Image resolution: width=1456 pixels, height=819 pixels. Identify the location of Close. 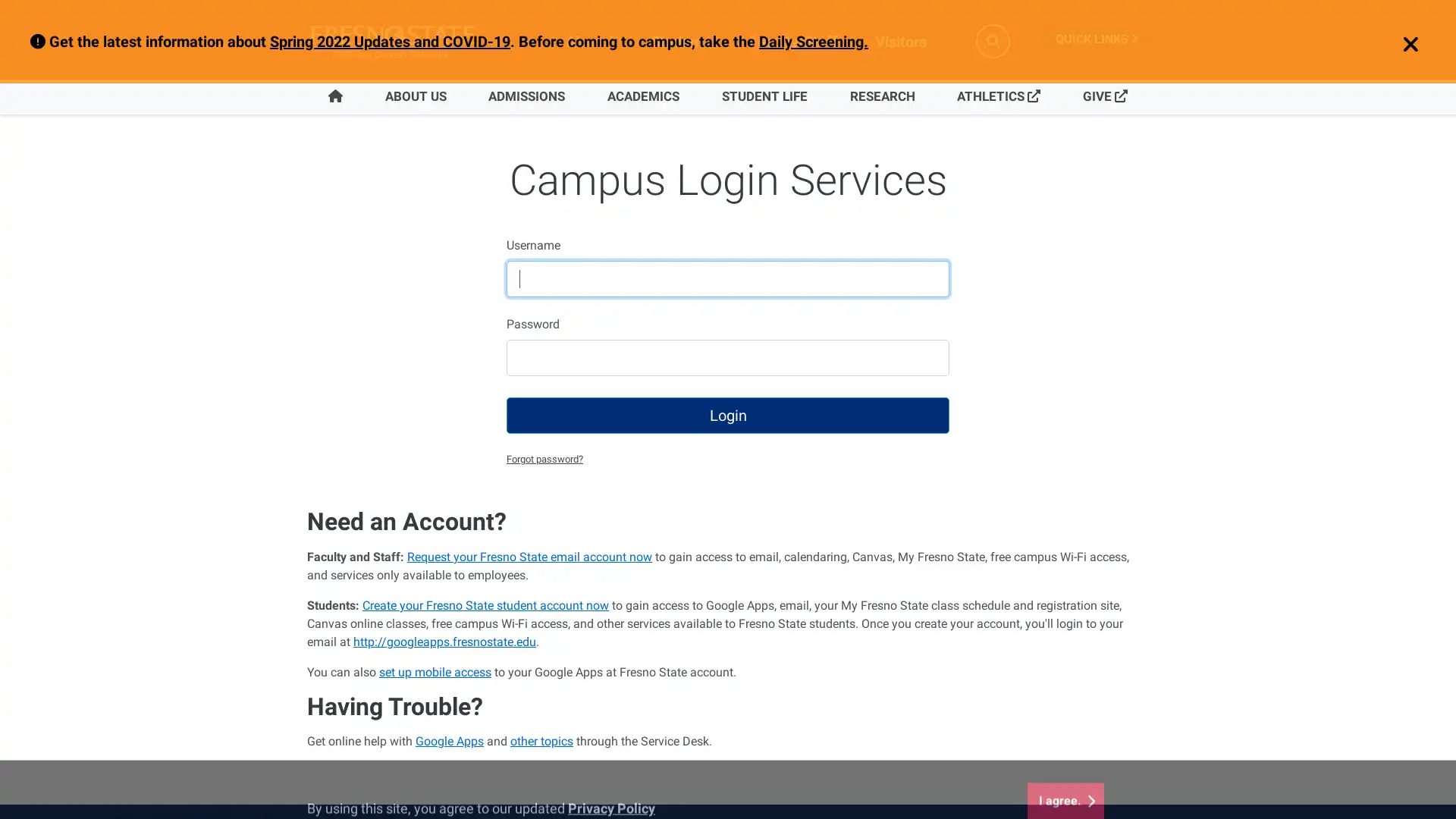
(1401, 45).